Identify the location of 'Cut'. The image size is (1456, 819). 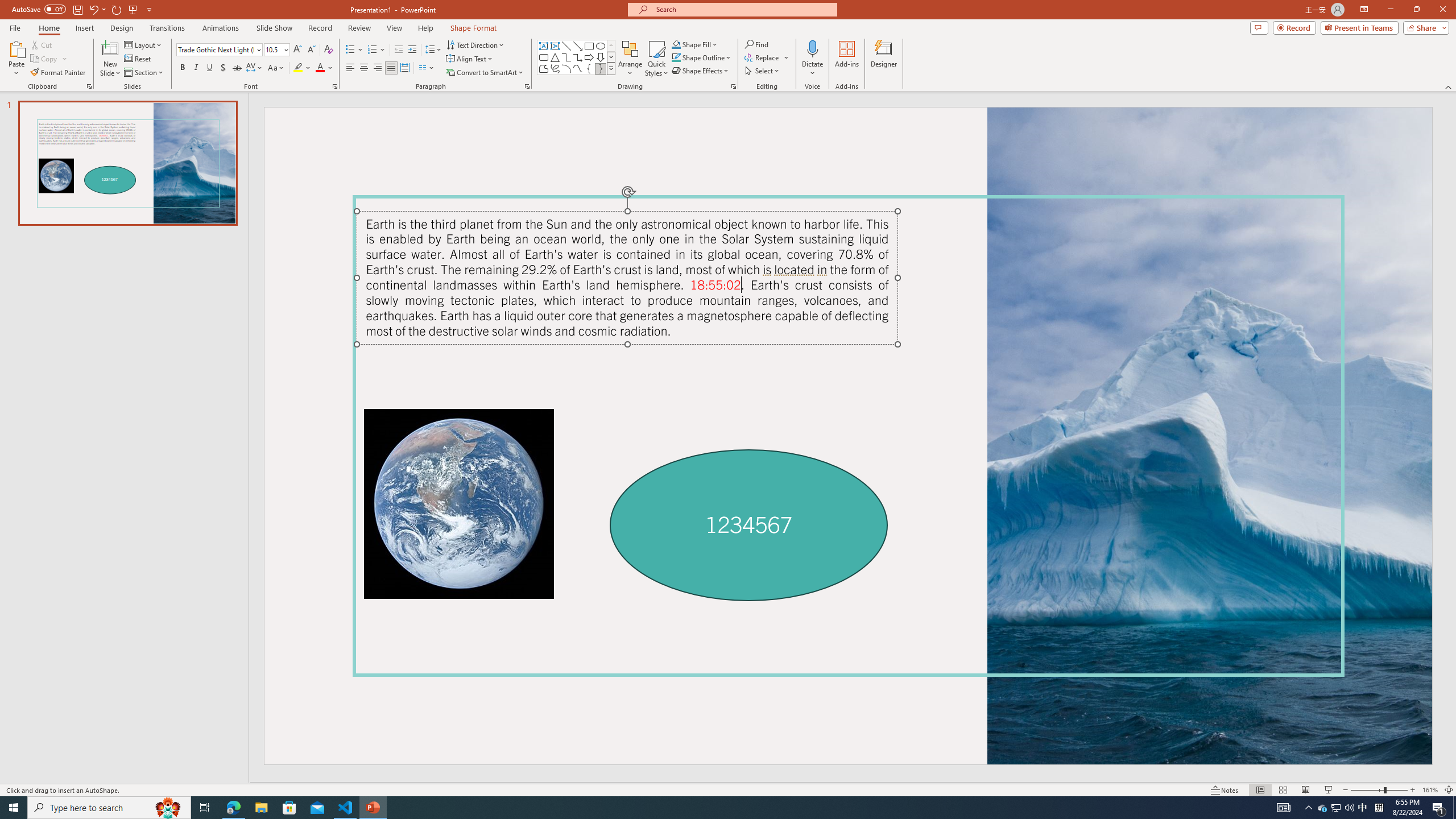
(42, 44).